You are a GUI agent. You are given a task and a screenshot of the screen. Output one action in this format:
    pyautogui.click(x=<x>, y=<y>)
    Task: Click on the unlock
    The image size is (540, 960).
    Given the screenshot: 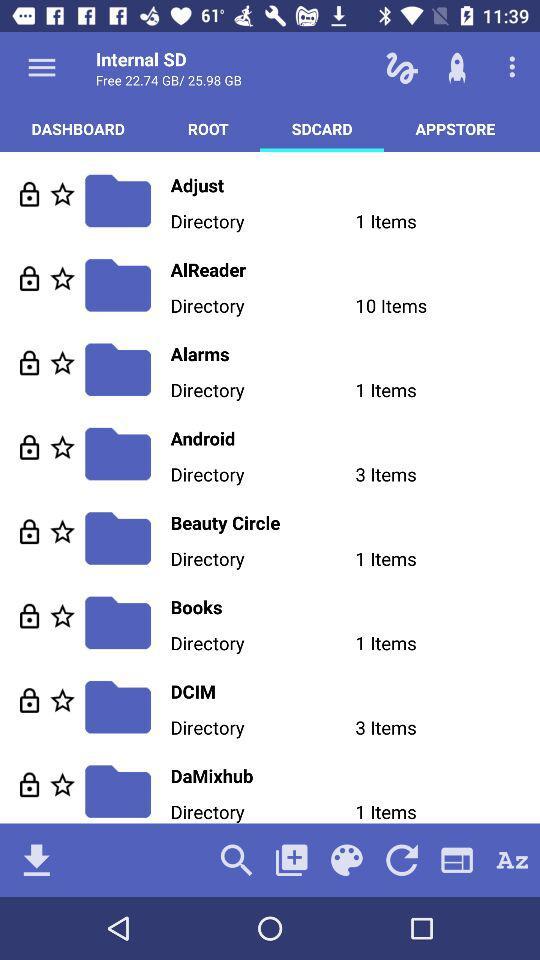 What is the action you would take?
    pyautogui.click(x=28, y=700)
    